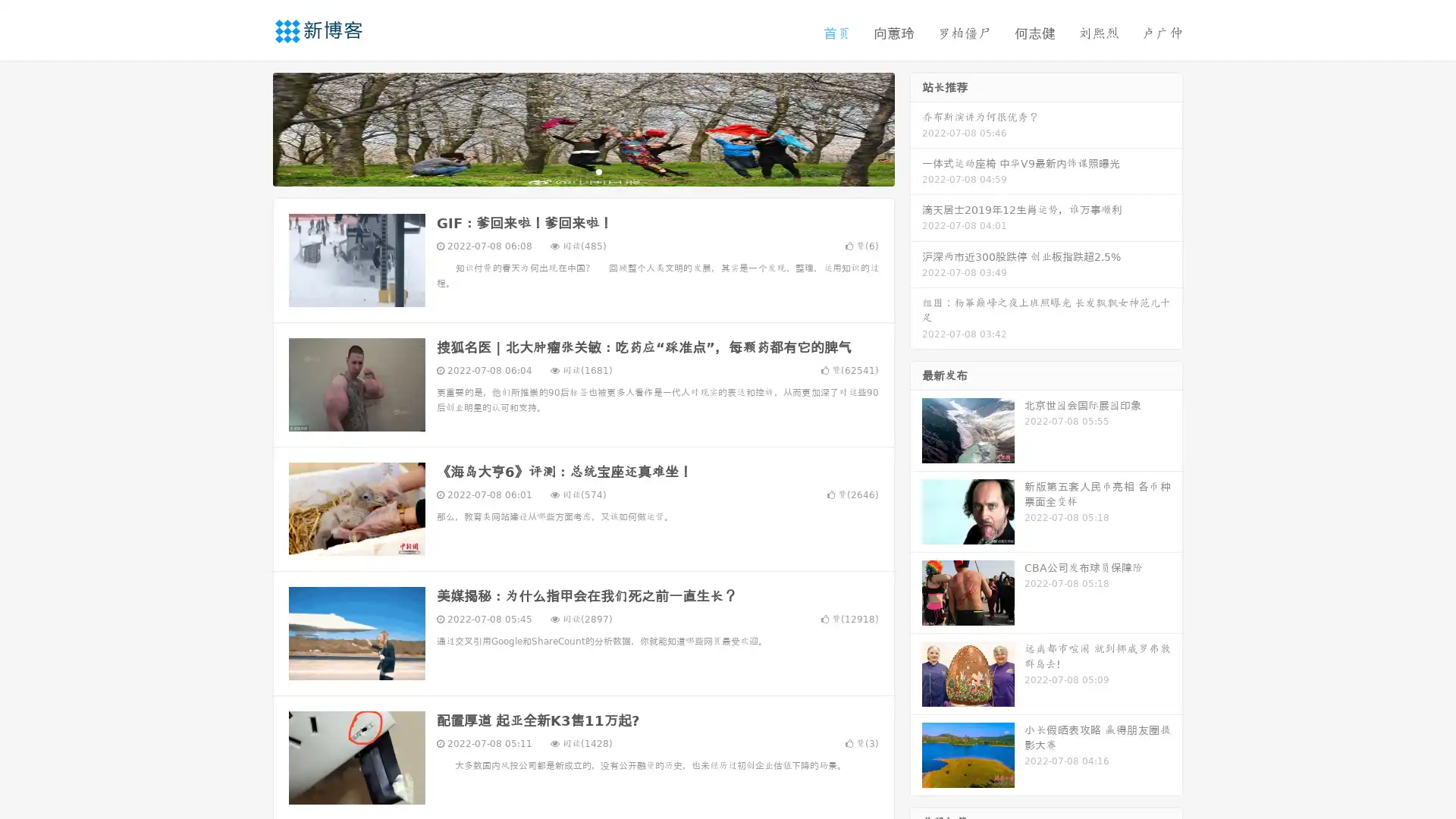 The width and height of the screenshot is (1456, 819). I want to click on Next slide, so click(916, 127).